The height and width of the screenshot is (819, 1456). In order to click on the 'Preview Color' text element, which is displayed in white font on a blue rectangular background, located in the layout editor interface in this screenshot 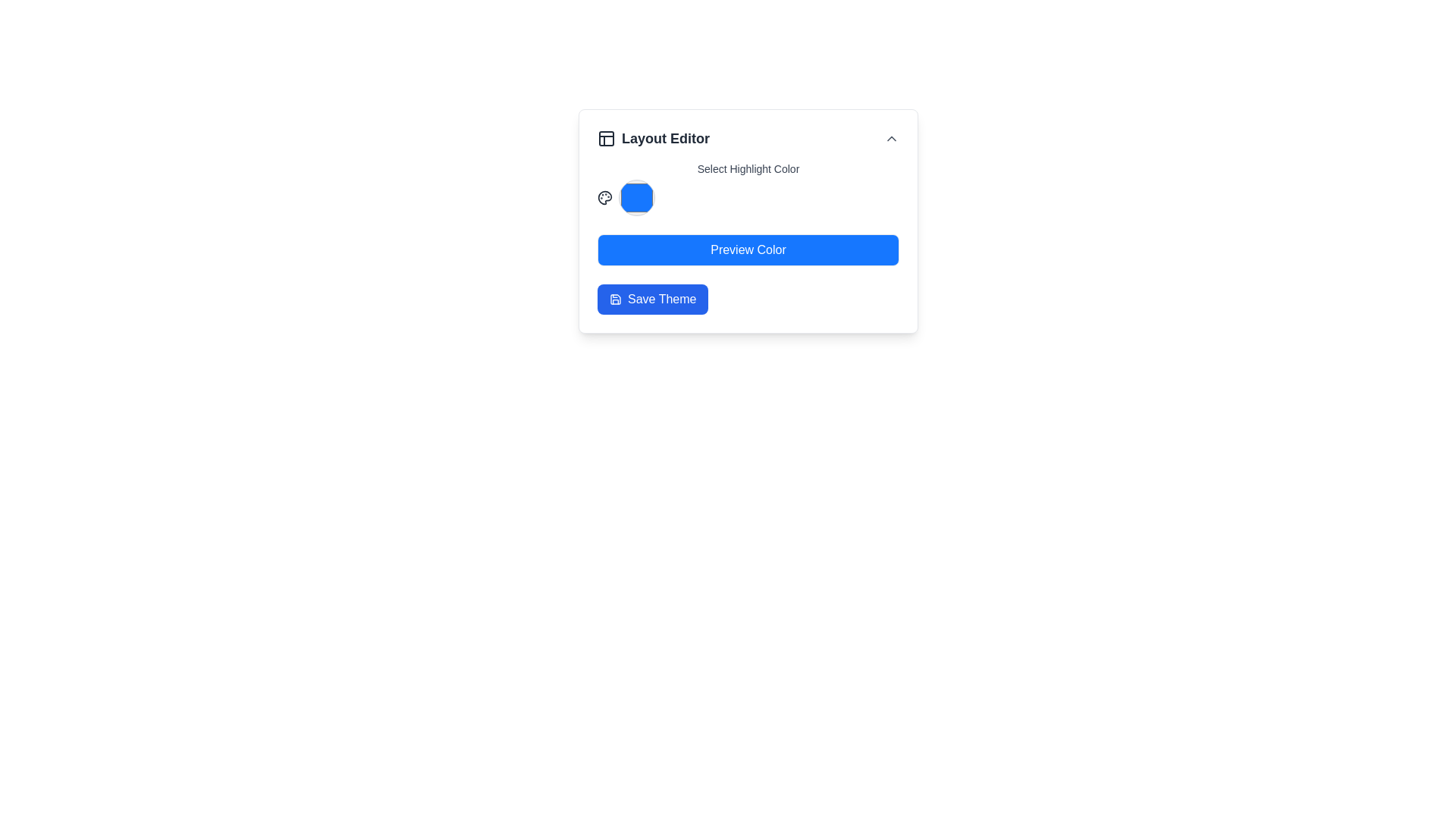, I will do `click(748, 249)`.